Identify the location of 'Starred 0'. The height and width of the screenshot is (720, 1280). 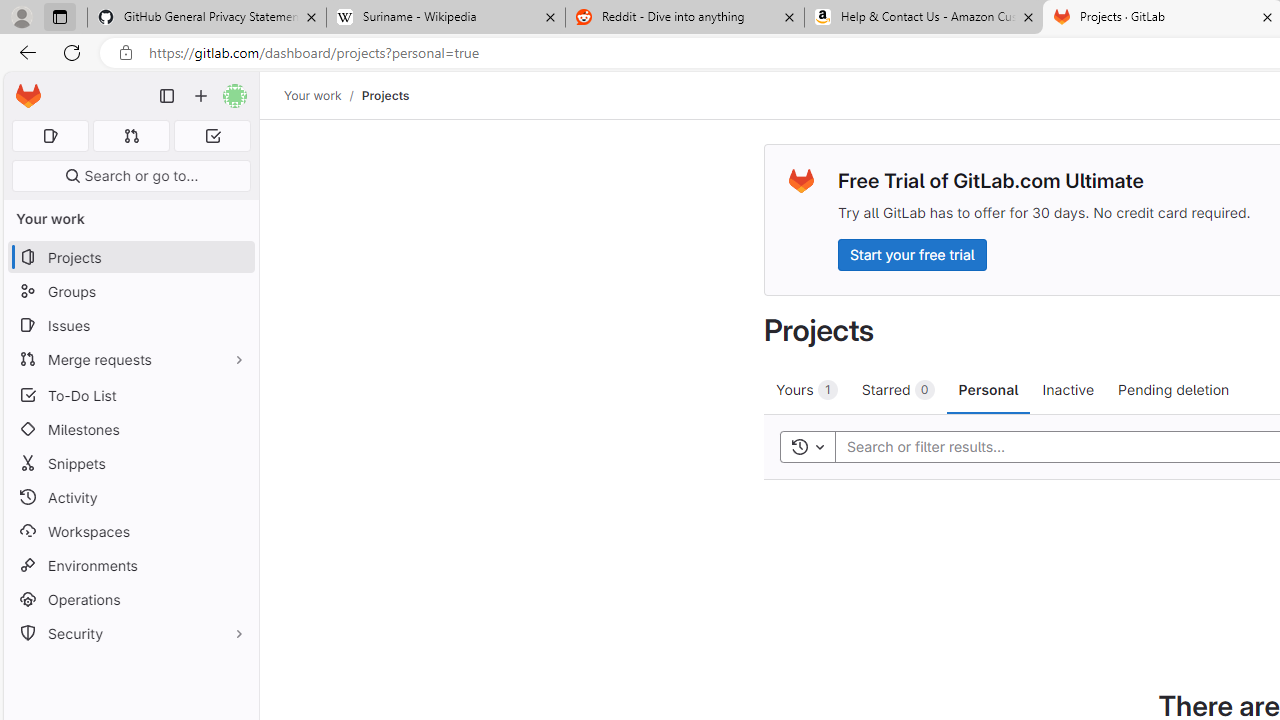
(896, 389).